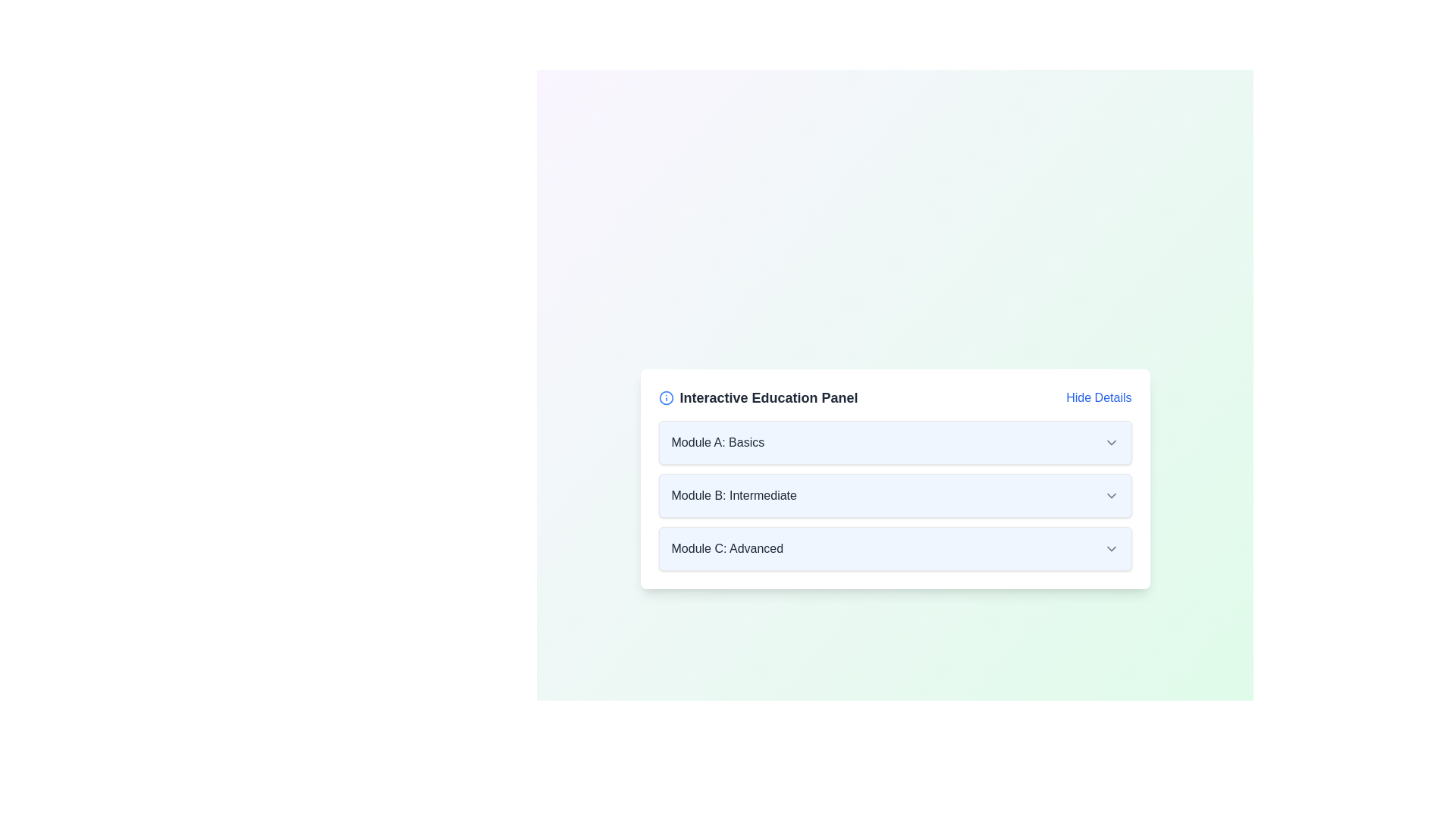 The height and width of the screenshot is (819, 1456). Describe the element at coordinates (758, 397) in the screenshot. I see `the bold text label 'Interactive Education Panel' that is aligned to the left and styled with dark gray color, which serves as the header of a section` at that location.